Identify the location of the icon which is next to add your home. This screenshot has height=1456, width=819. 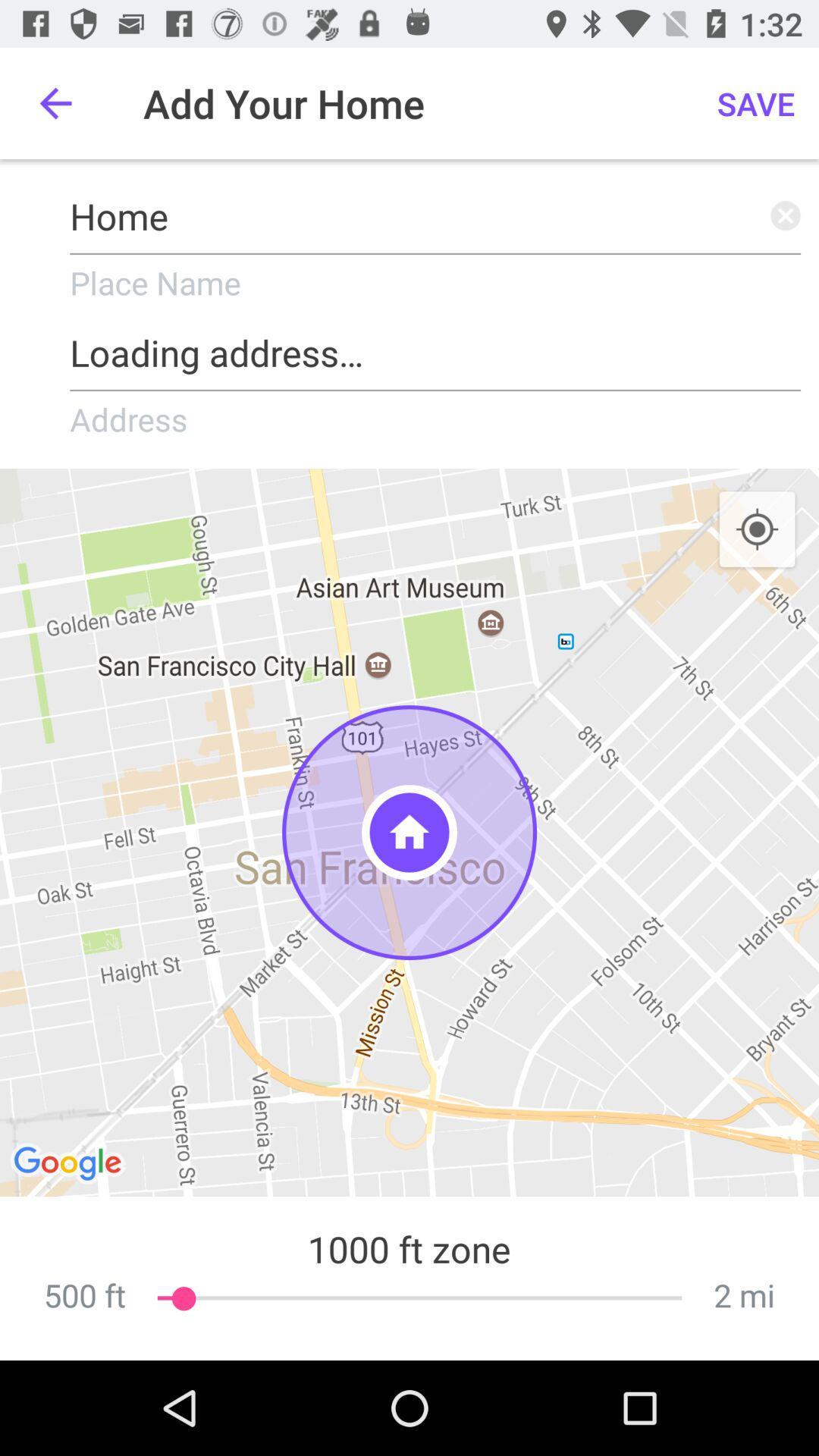
(755, 103).